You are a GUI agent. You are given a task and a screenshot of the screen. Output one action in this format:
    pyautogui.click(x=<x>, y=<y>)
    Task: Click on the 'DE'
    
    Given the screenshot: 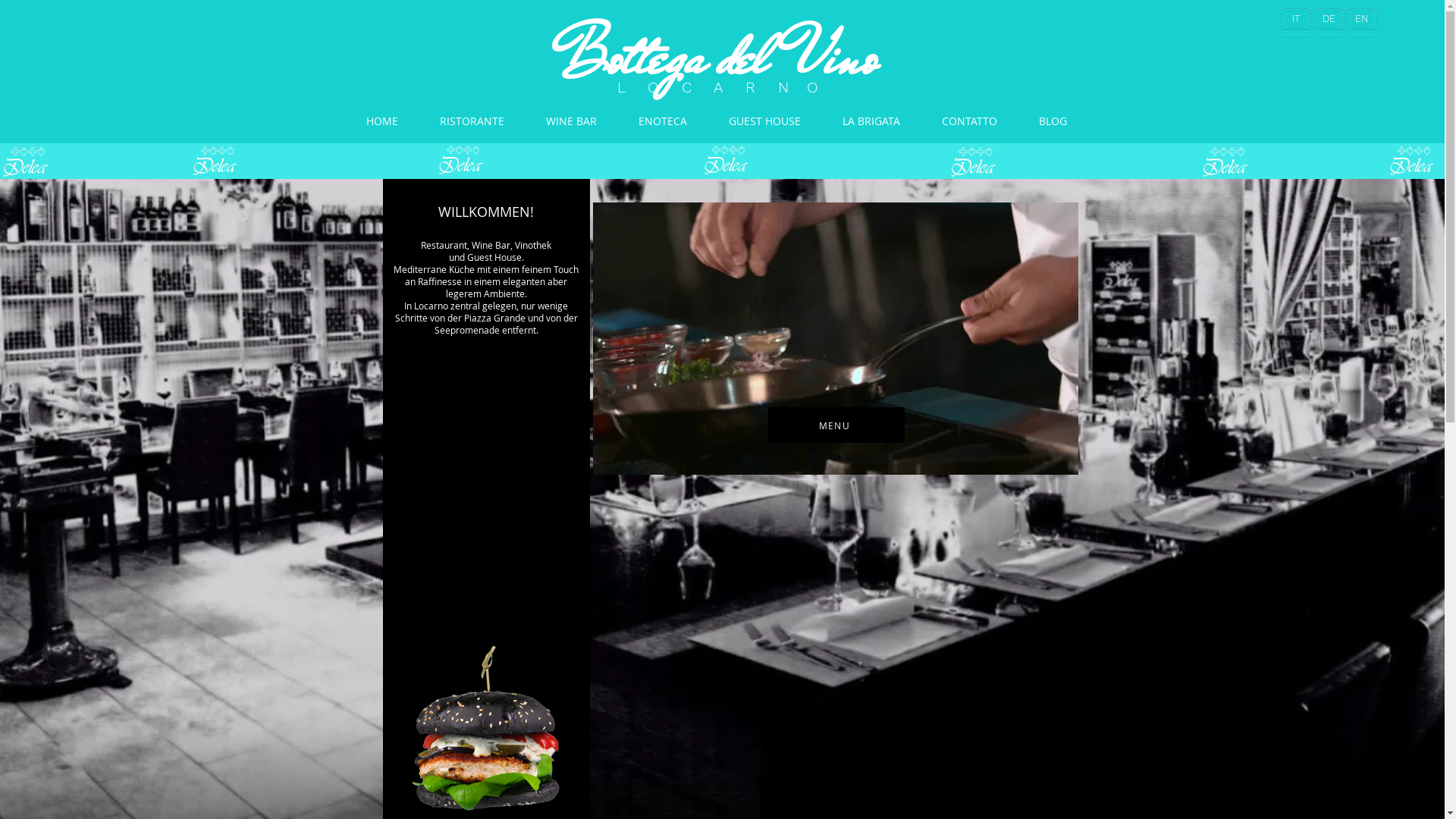 What is the action you would take?
    pyautogui.click(x=1328, y=18)
    